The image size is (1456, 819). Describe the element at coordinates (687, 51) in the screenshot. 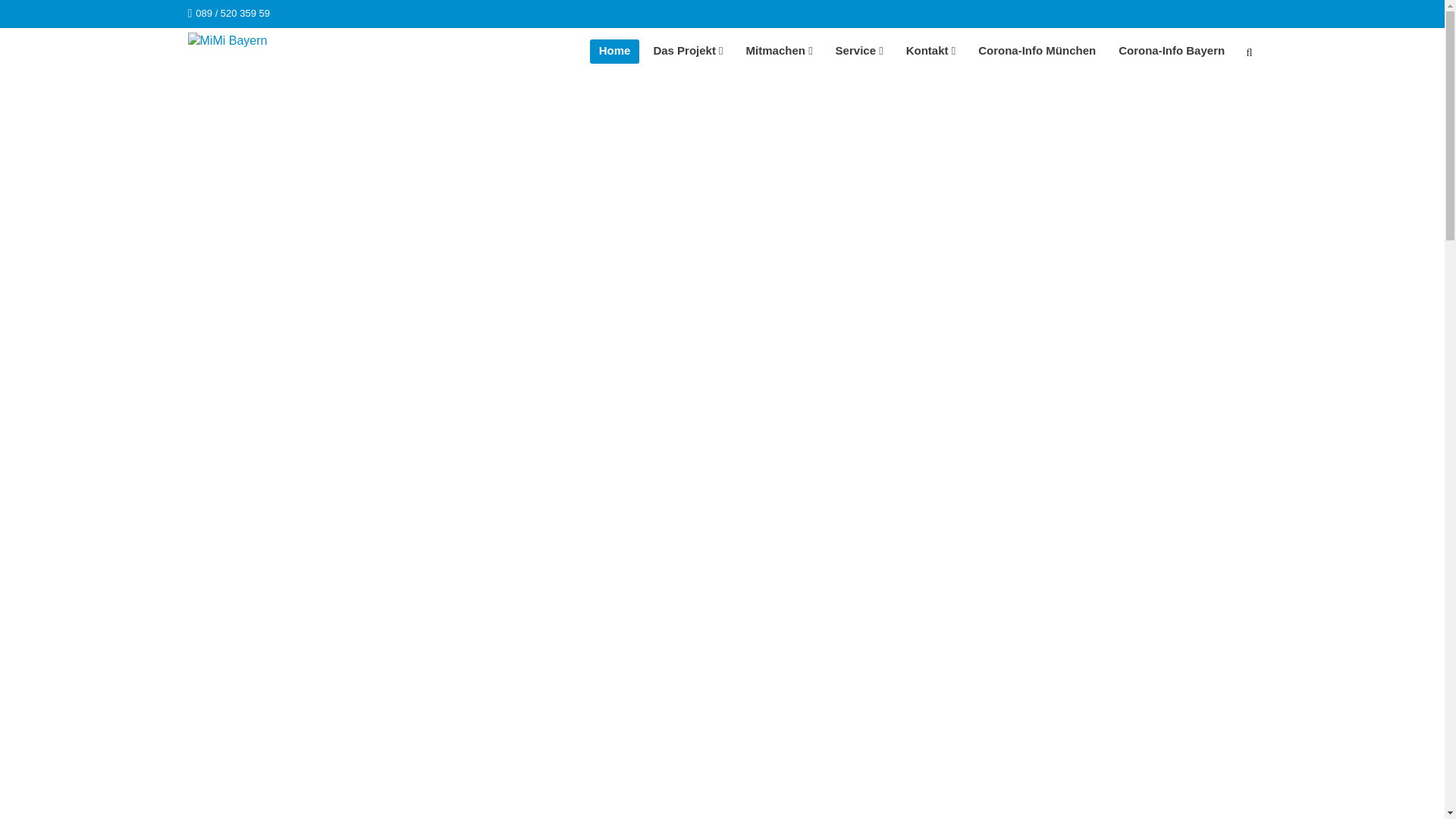

I see `'Das Projekt'` at that location.